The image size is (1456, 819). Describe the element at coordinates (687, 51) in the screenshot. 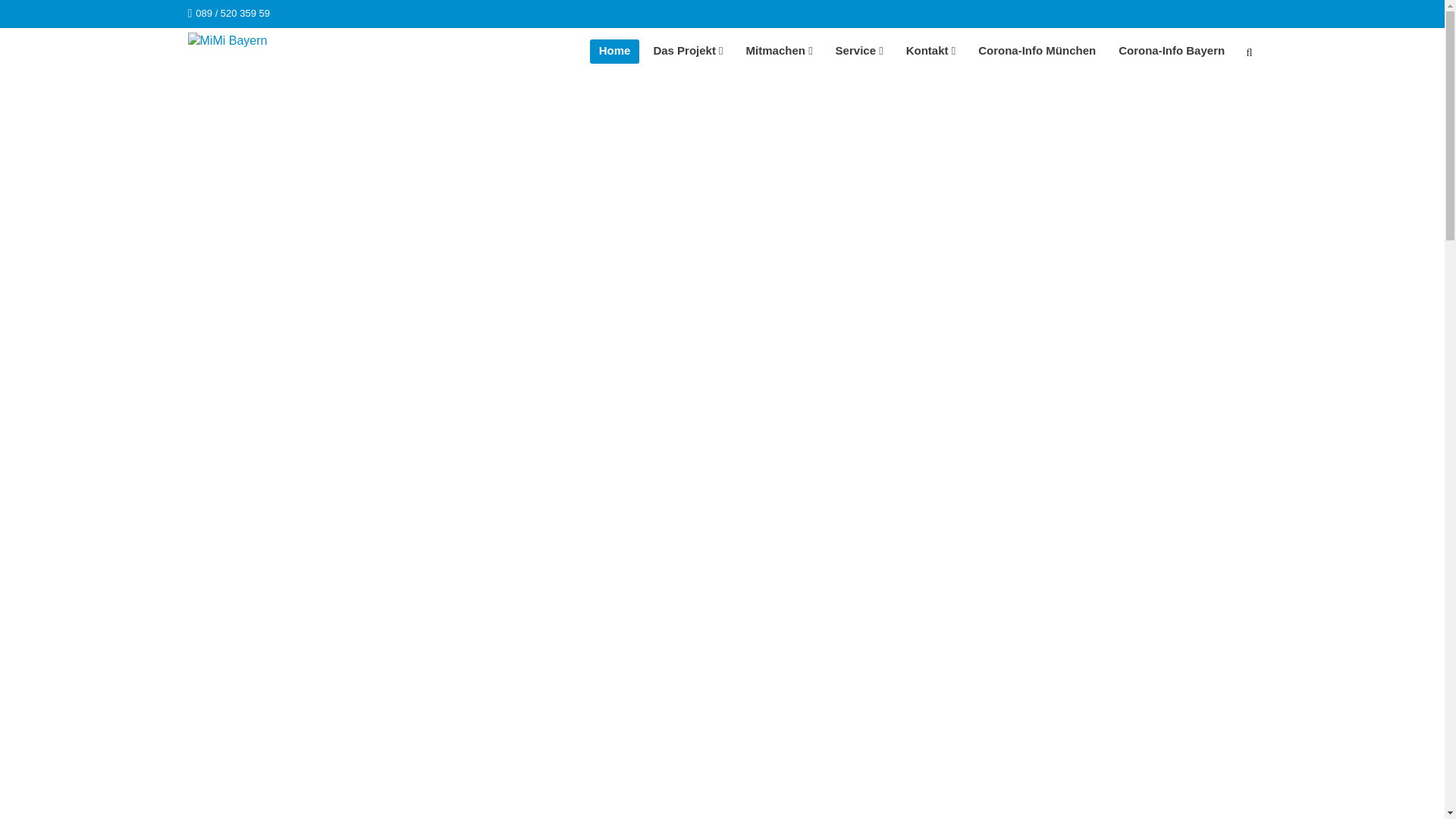

I see `'Das Projekt'` at that location.